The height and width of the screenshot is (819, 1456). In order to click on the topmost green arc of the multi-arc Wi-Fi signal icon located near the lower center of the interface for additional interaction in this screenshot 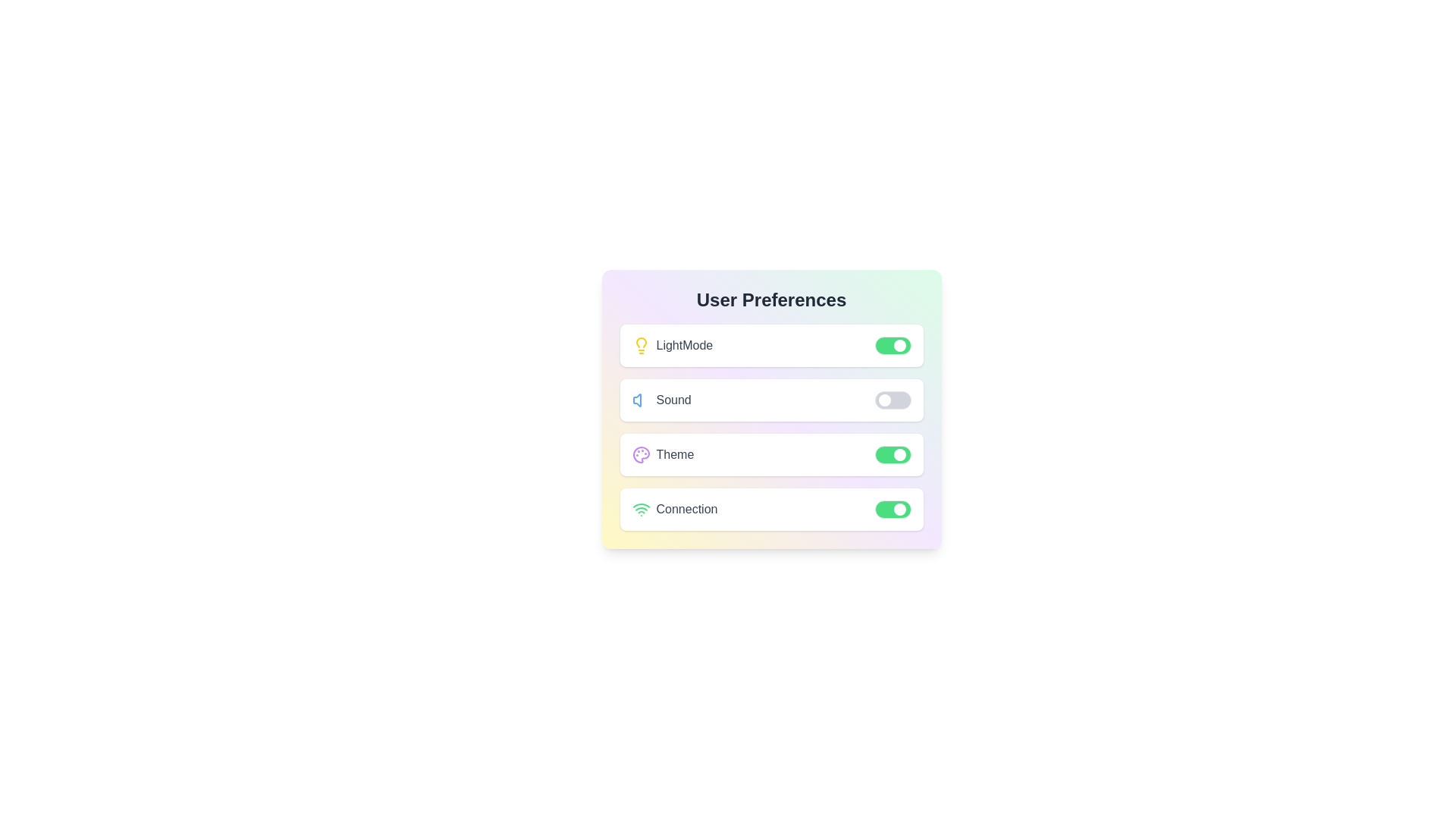, I will do `click(641, 505)`.